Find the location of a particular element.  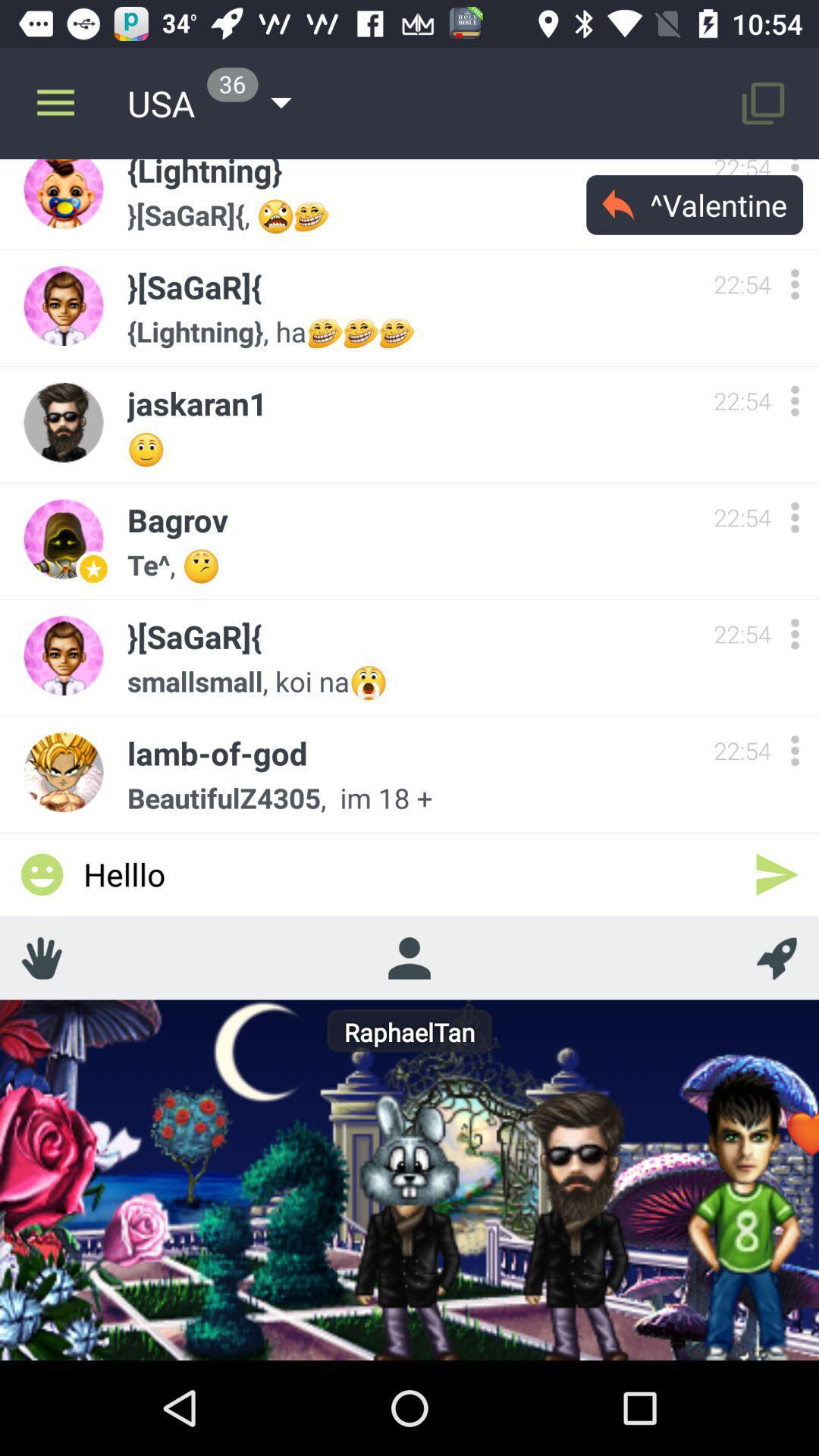

the icon below beautifulz4305,  im 18 + icon is located at coordinates (777, 874).